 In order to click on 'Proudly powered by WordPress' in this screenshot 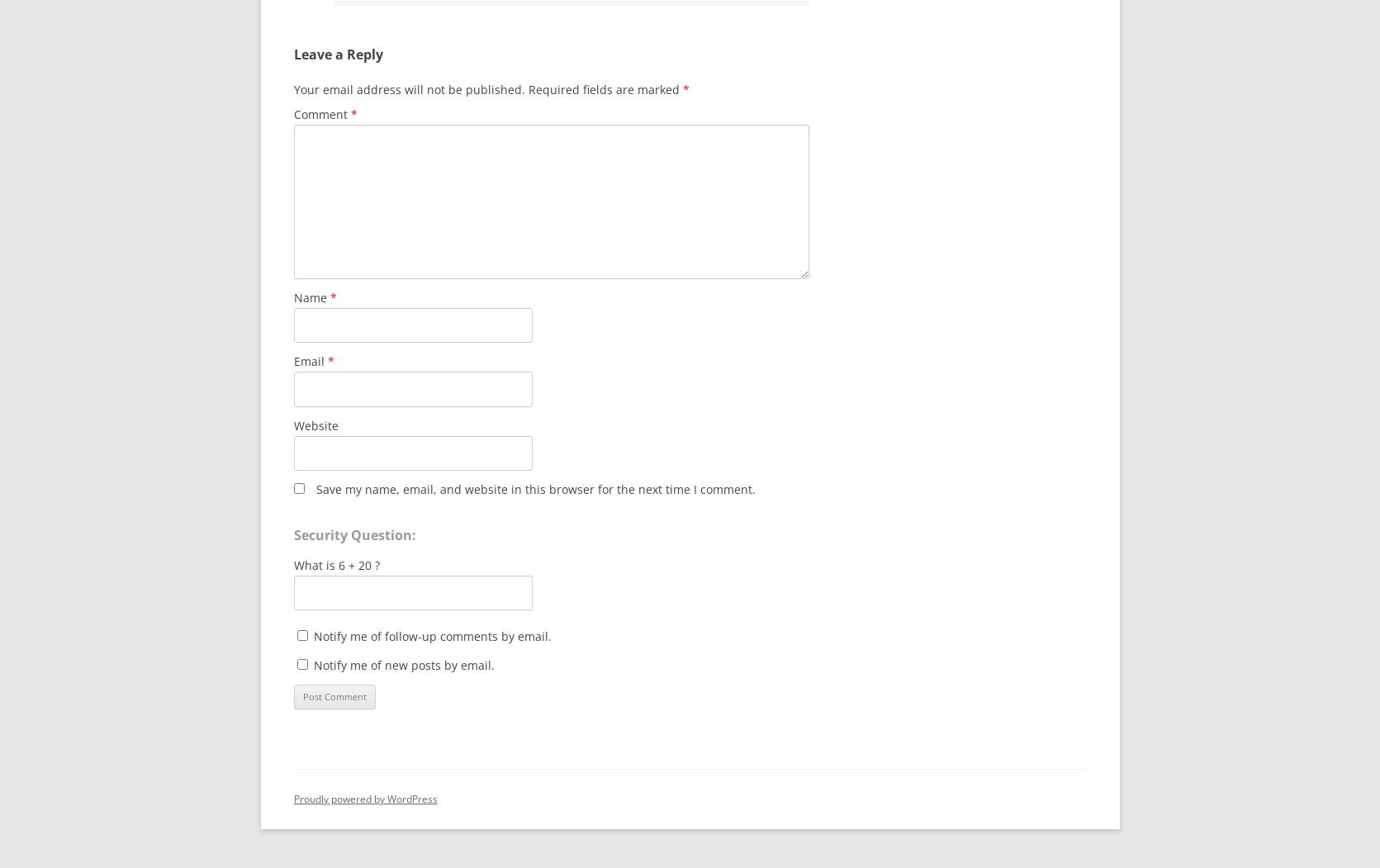, I will do `click(364, 798)`.